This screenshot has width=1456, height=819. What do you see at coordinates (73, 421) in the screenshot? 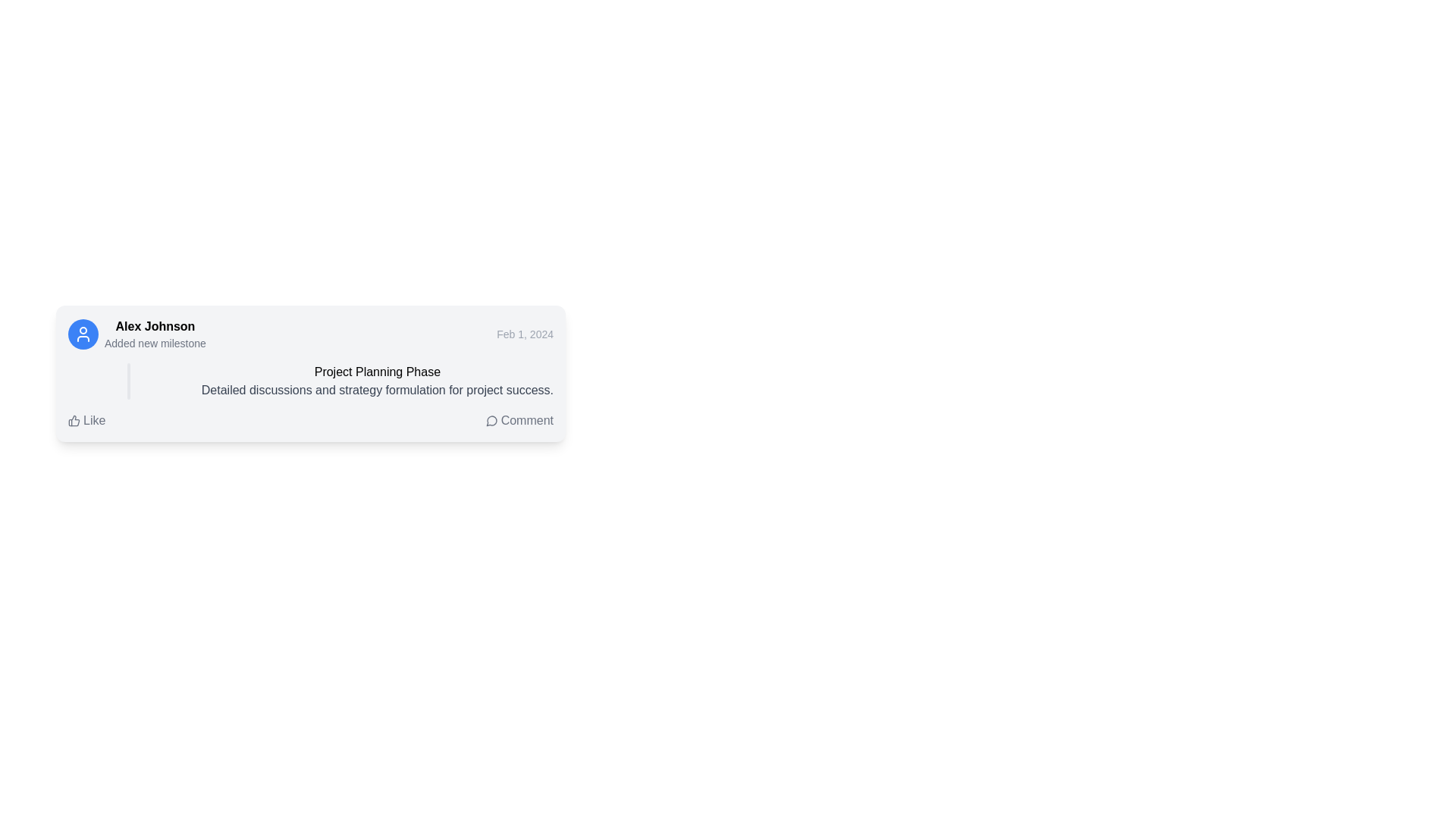
I see `the thumbs-up icon in the 'Like' button group` at bounding box center [73, 421].